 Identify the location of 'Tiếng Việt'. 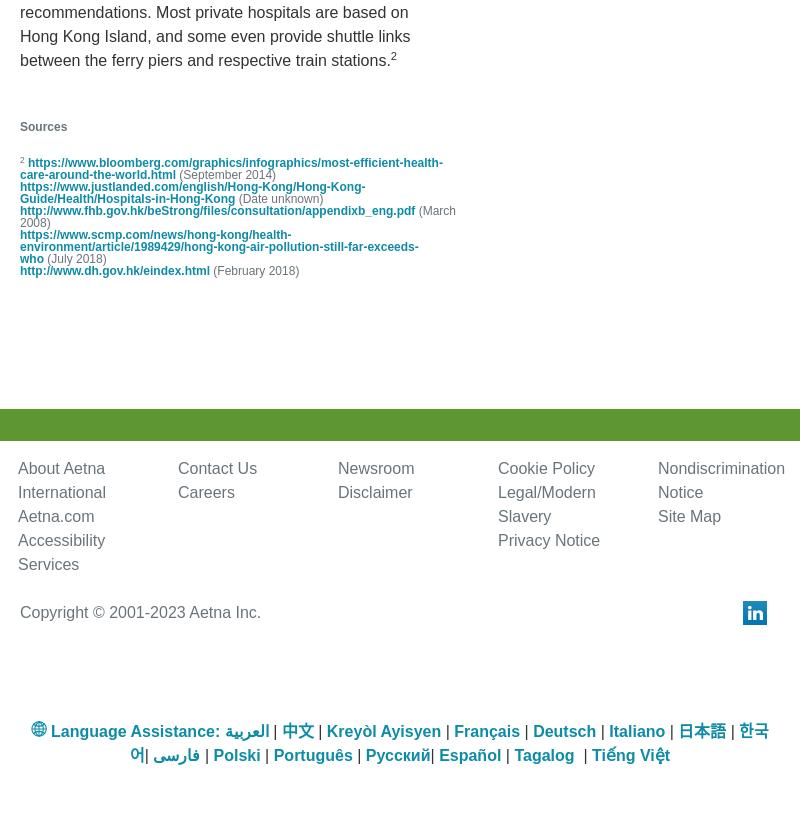
(591, 754).